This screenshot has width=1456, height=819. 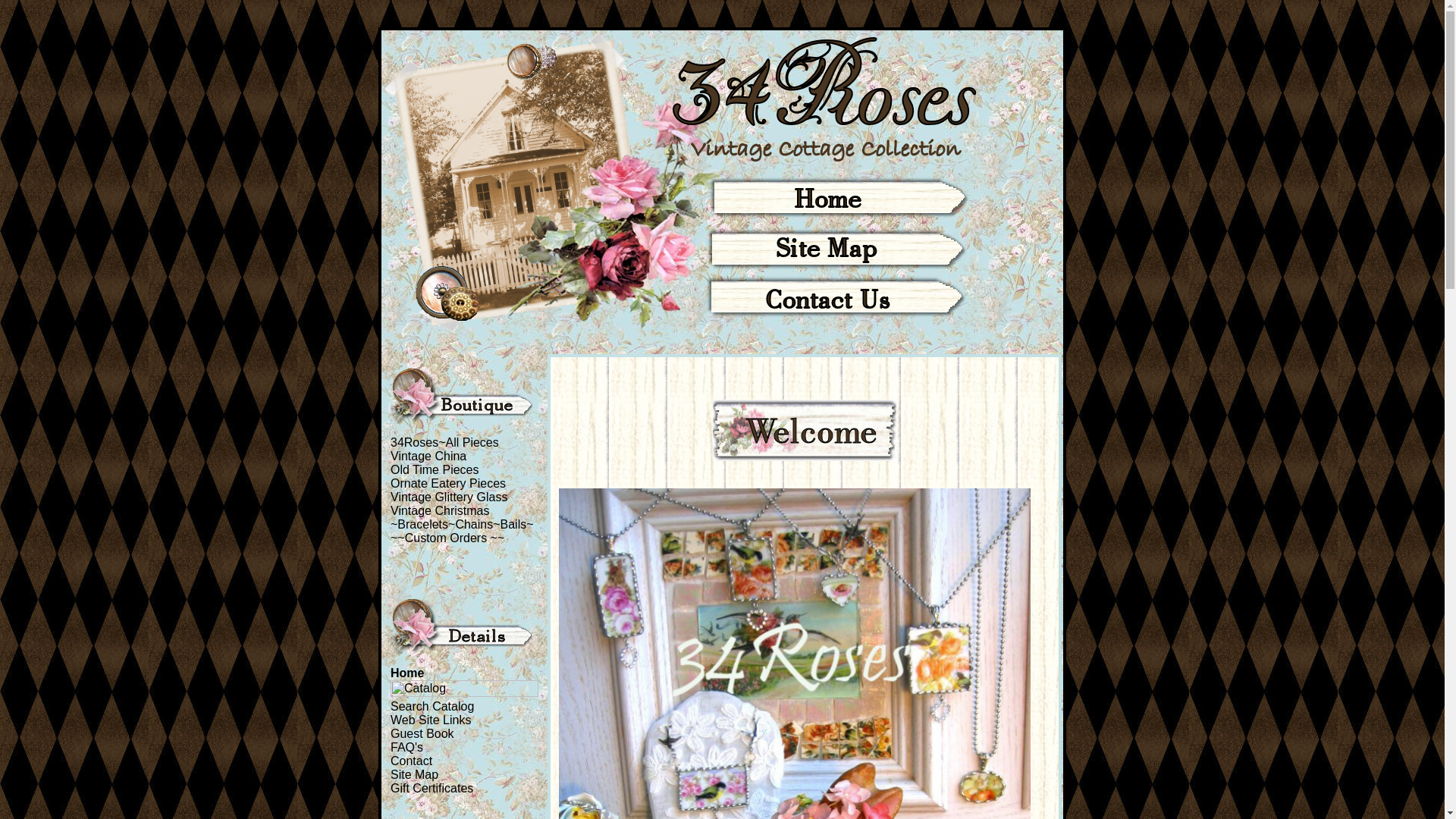 I want to click on 'Contact', so click(x=411, y=761).